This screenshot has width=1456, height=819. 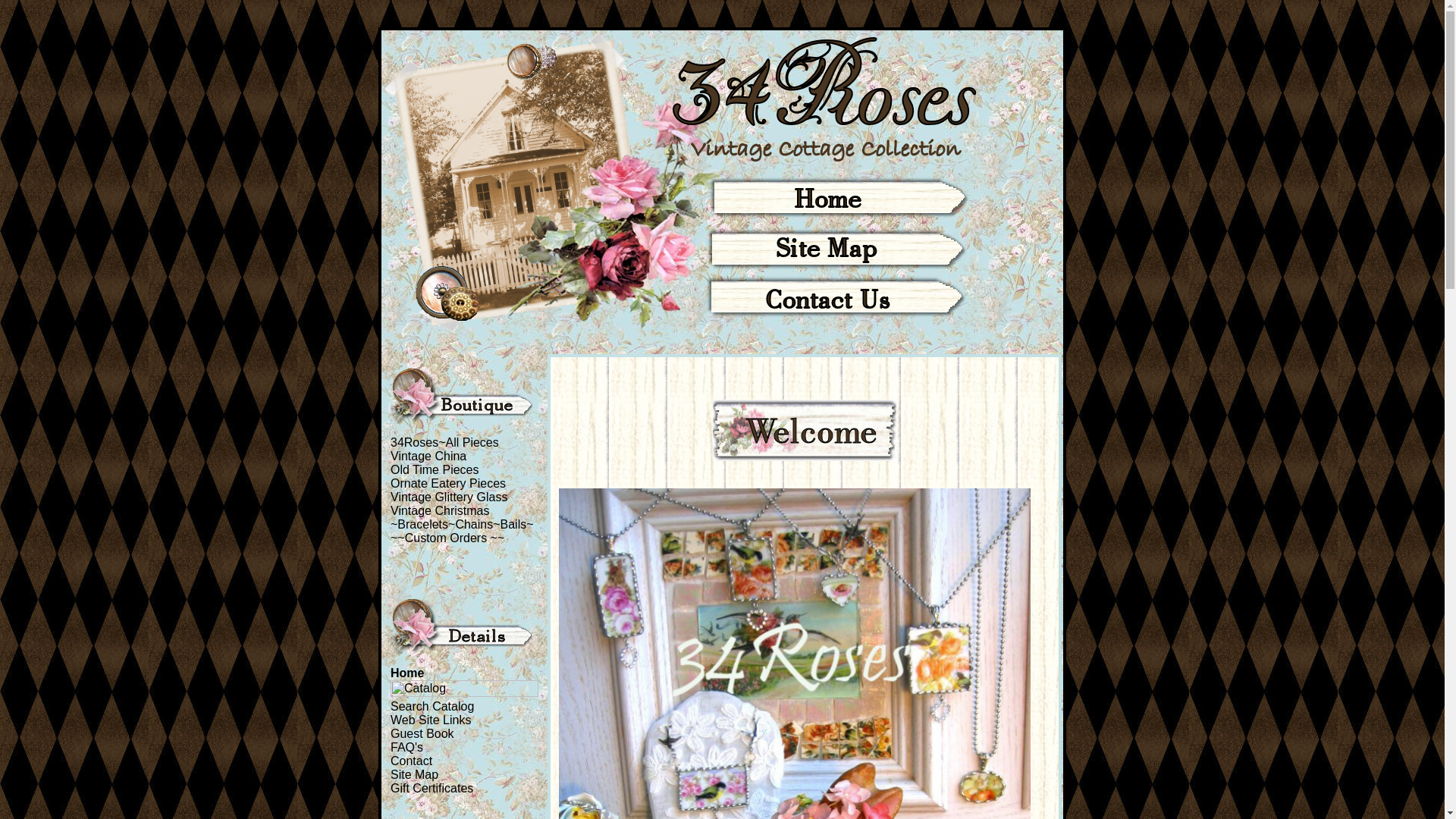 I want to click on 'Contact', so click(x=411, y=761).